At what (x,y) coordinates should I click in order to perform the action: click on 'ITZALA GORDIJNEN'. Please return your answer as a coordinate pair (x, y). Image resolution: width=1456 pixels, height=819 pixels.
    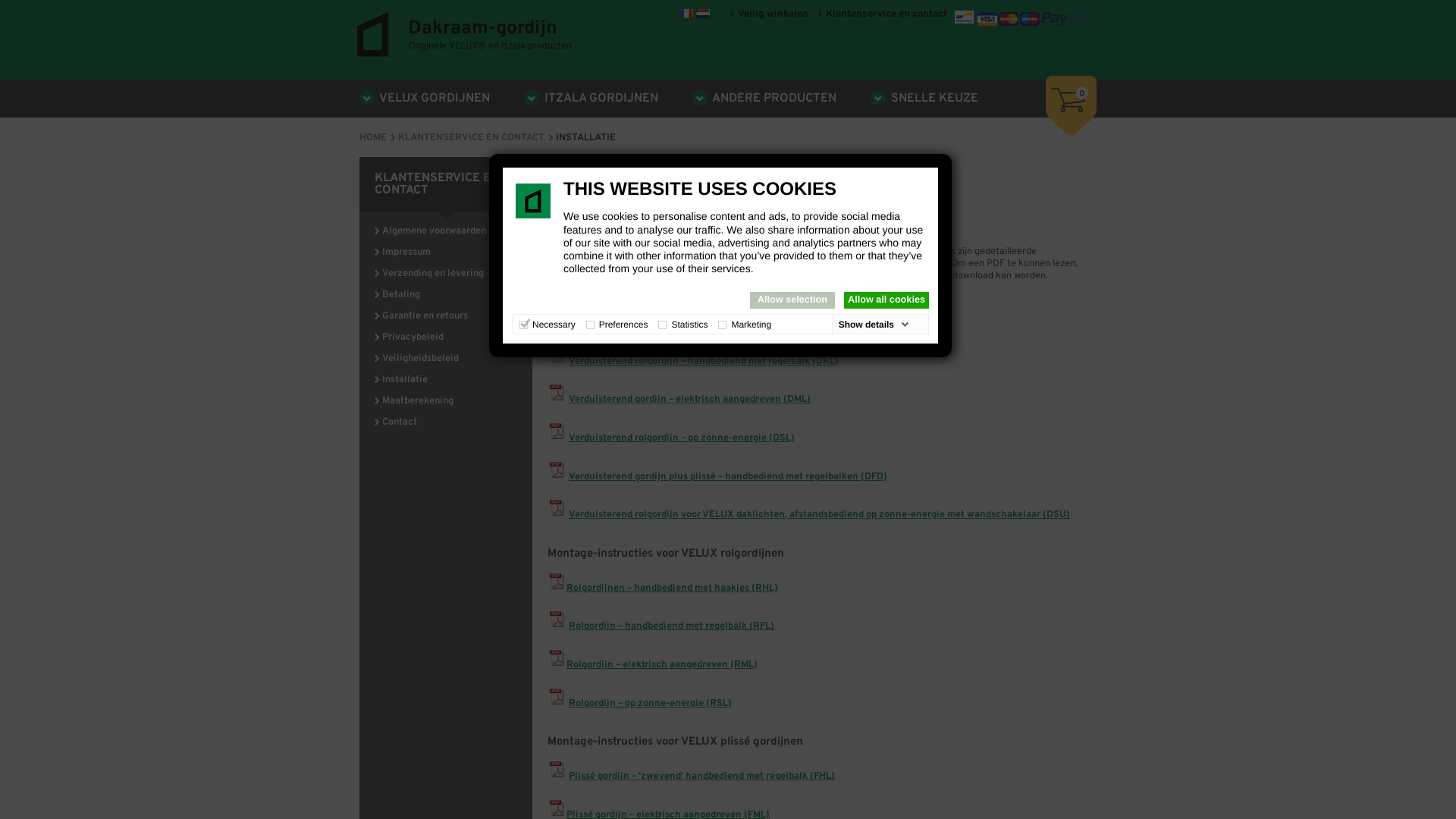
    Looking at the image, I should click on (590, 99).